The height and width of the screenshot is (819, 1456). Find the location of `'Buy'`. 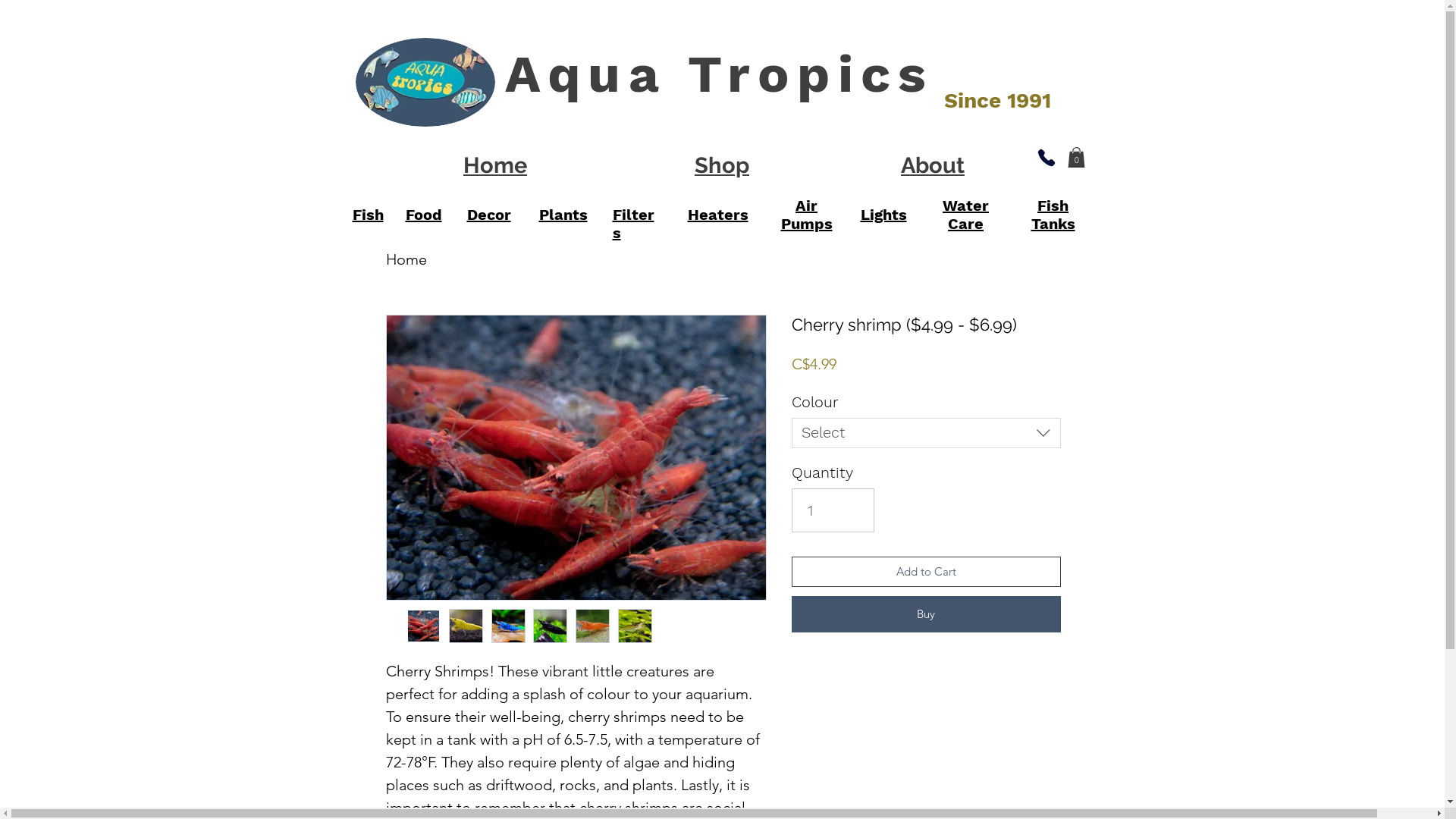

'Buy' is located at coordinates (925, 614).